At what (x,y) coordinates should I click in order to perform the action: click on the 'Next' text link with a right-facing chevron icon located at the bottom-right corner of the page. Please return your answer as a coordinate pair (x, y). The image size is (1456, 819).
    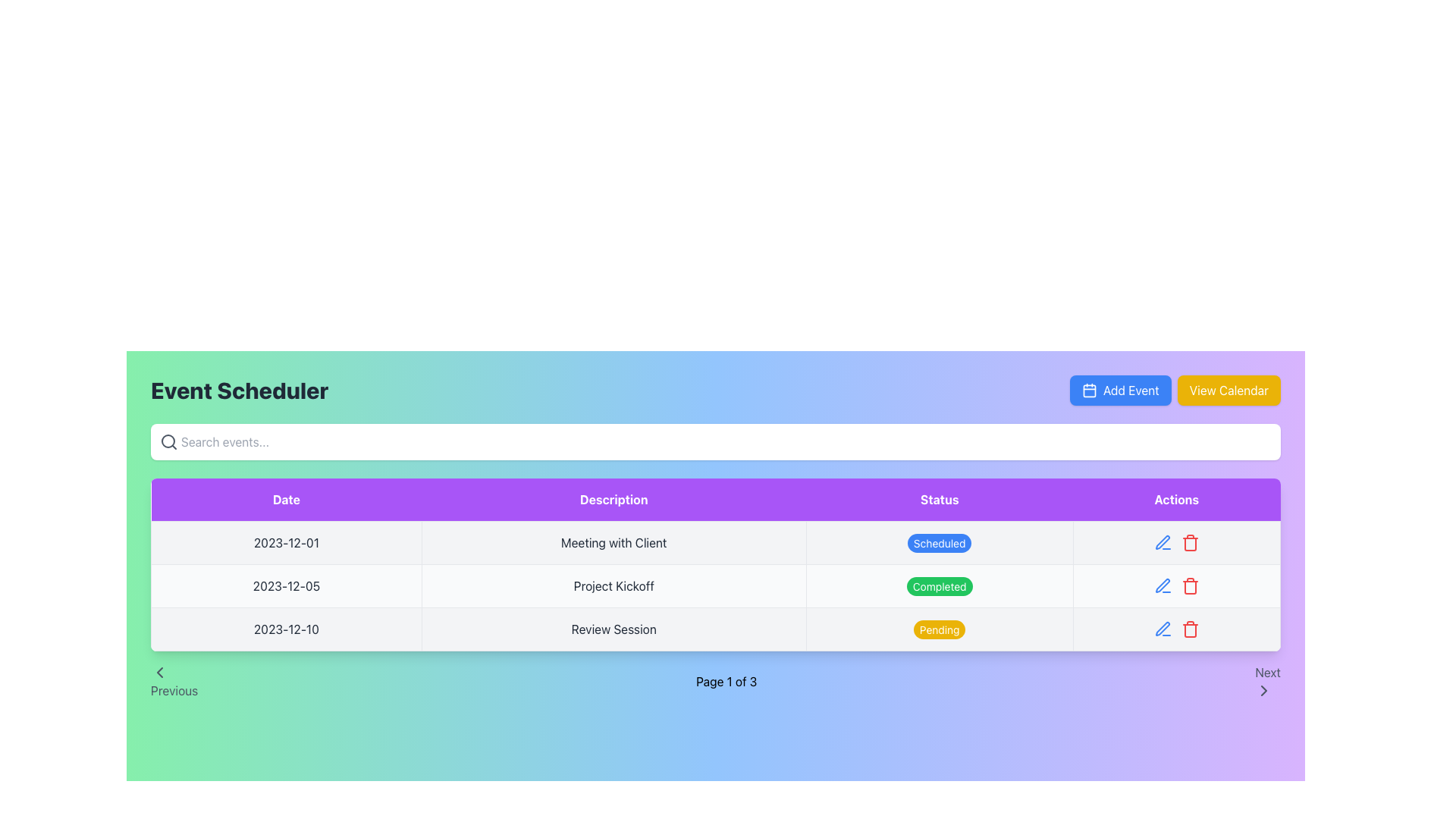
    Looking at the image, I should click on (1267, 680).